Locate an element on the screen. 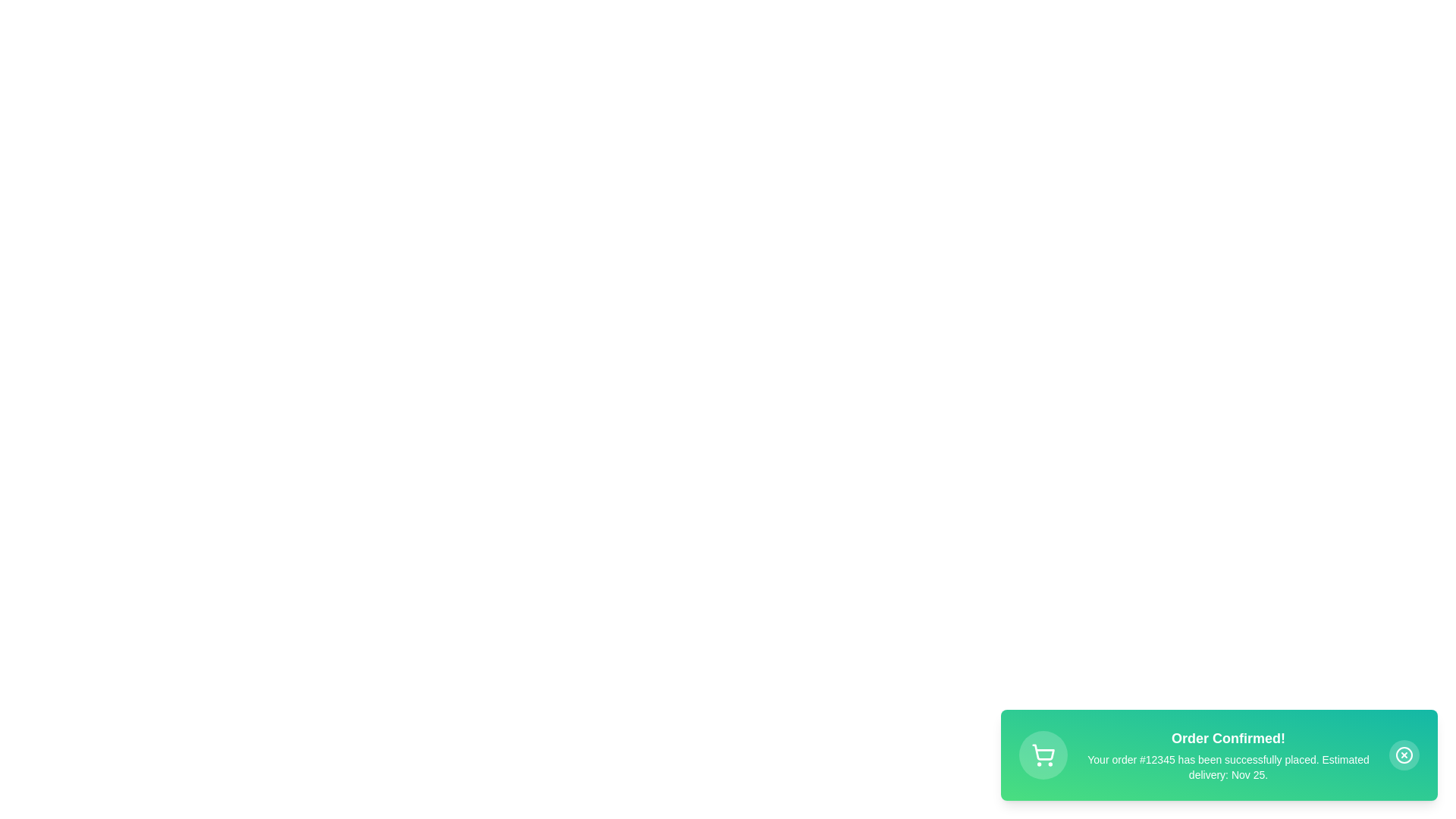  the close button located in the bottom-right corner of the green notification area is located at coordinates (1404, 755).